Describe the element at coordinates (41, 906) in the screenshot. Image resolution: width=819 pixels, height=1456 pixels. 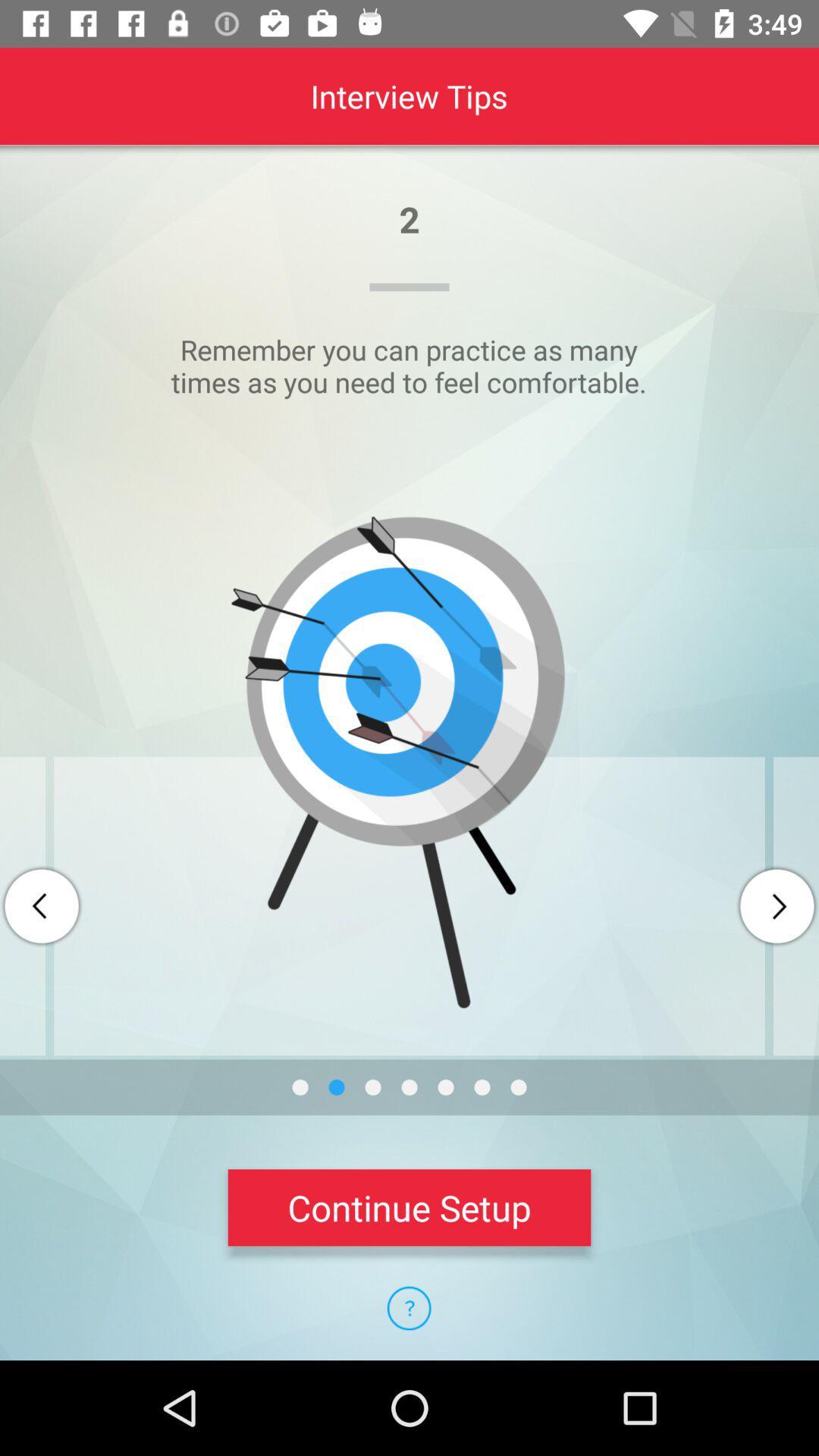
I see `go back` at that location.